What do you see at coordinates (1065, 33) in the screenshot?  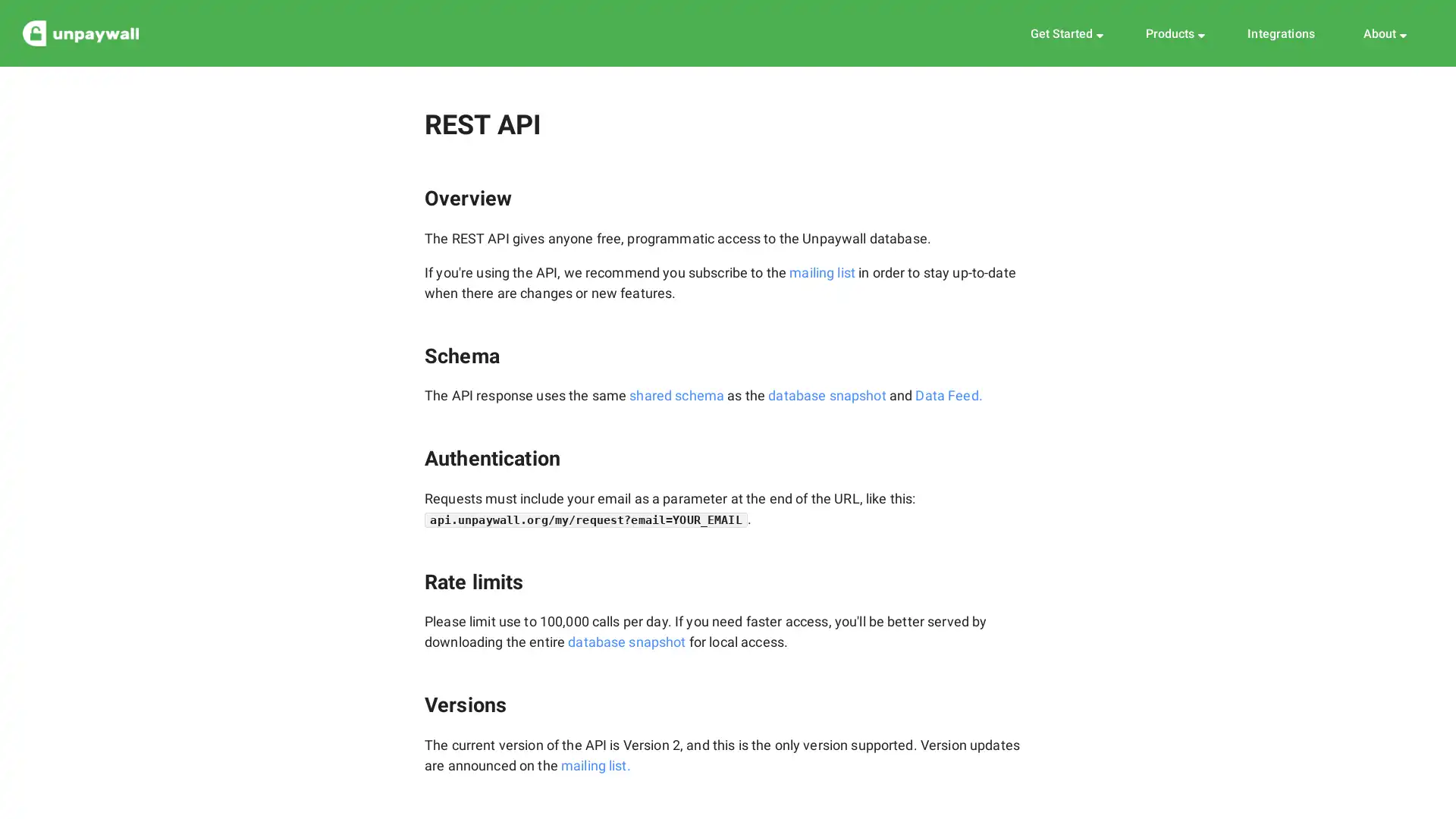 I see `Get Started` at bounding box center [1065, 33].